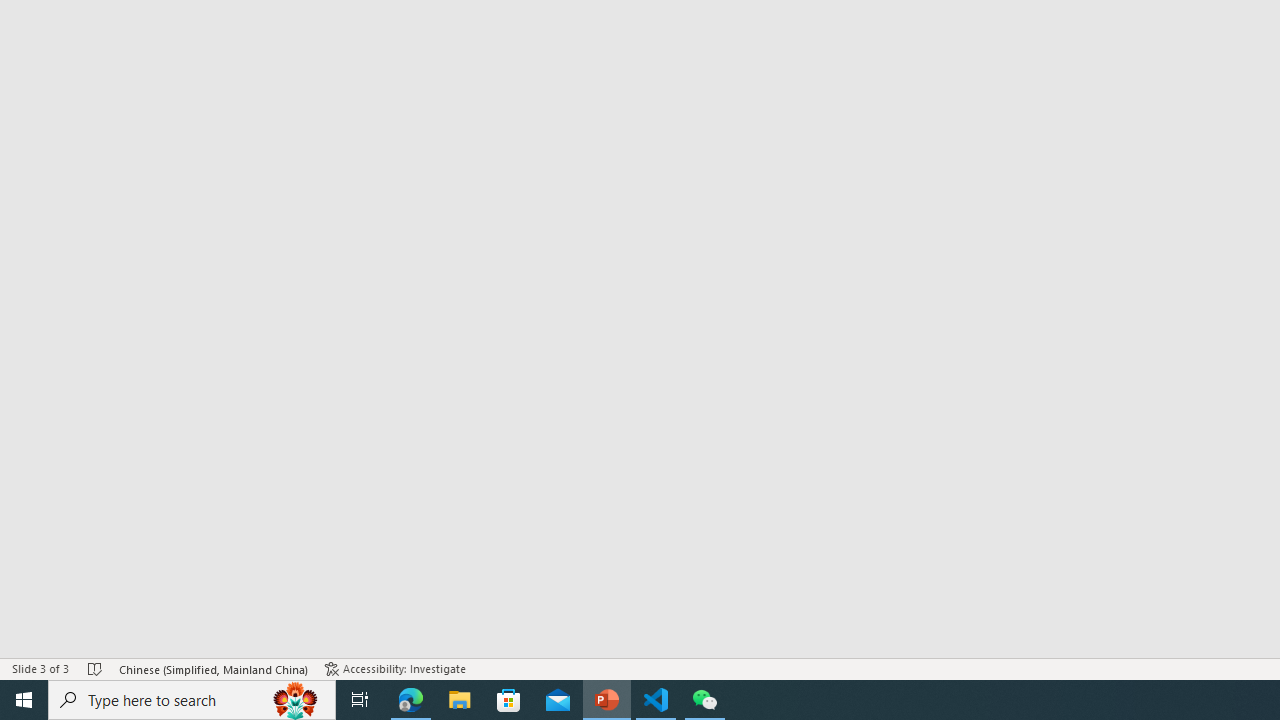  What do you see at coordinates (459, 698) in the screenshot?
I see `'File Explorer'` at bounding box center [459, 698].